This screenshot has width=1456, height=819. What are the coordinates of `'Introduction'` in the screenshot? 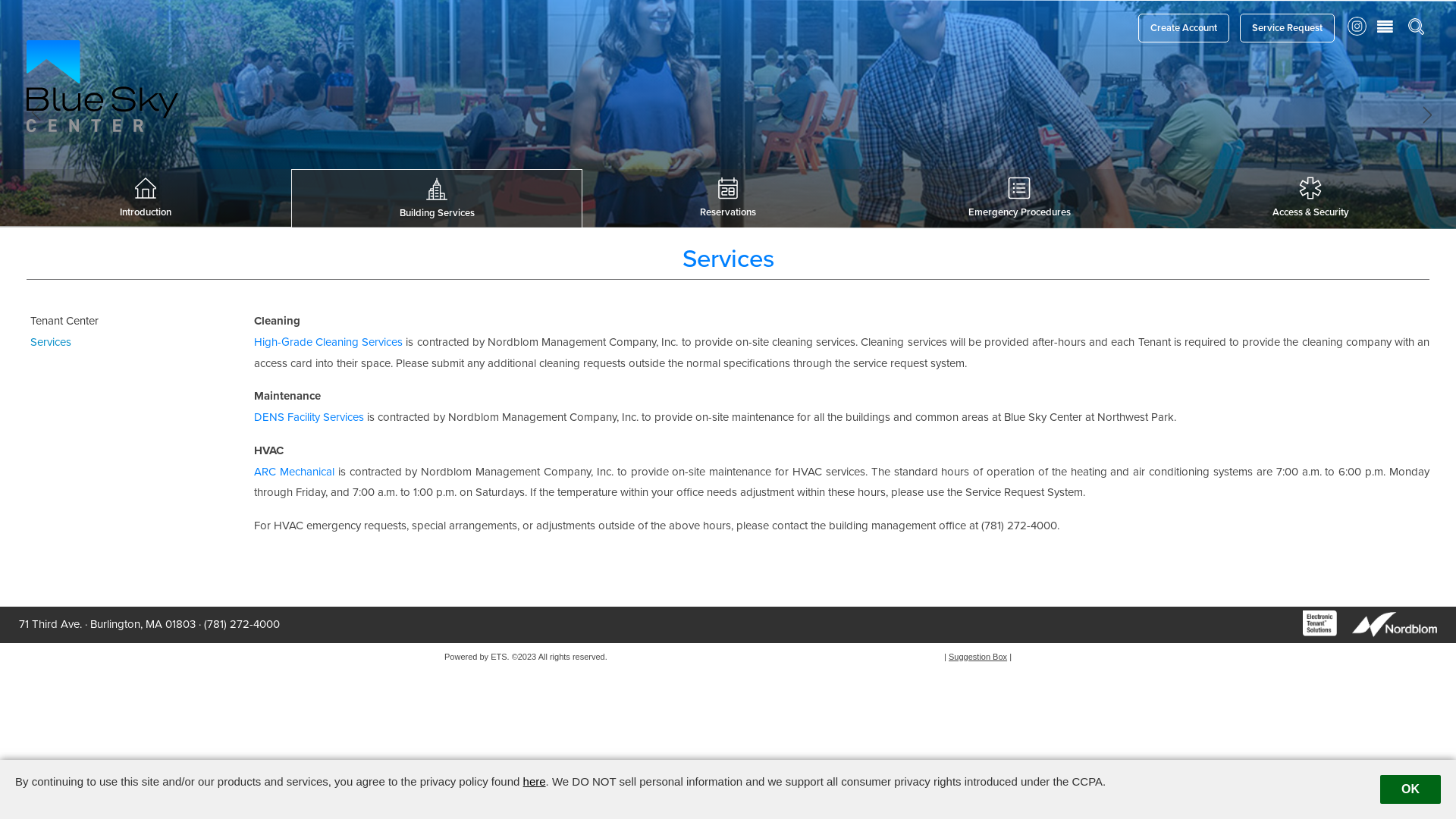 It's located at (146, 197).